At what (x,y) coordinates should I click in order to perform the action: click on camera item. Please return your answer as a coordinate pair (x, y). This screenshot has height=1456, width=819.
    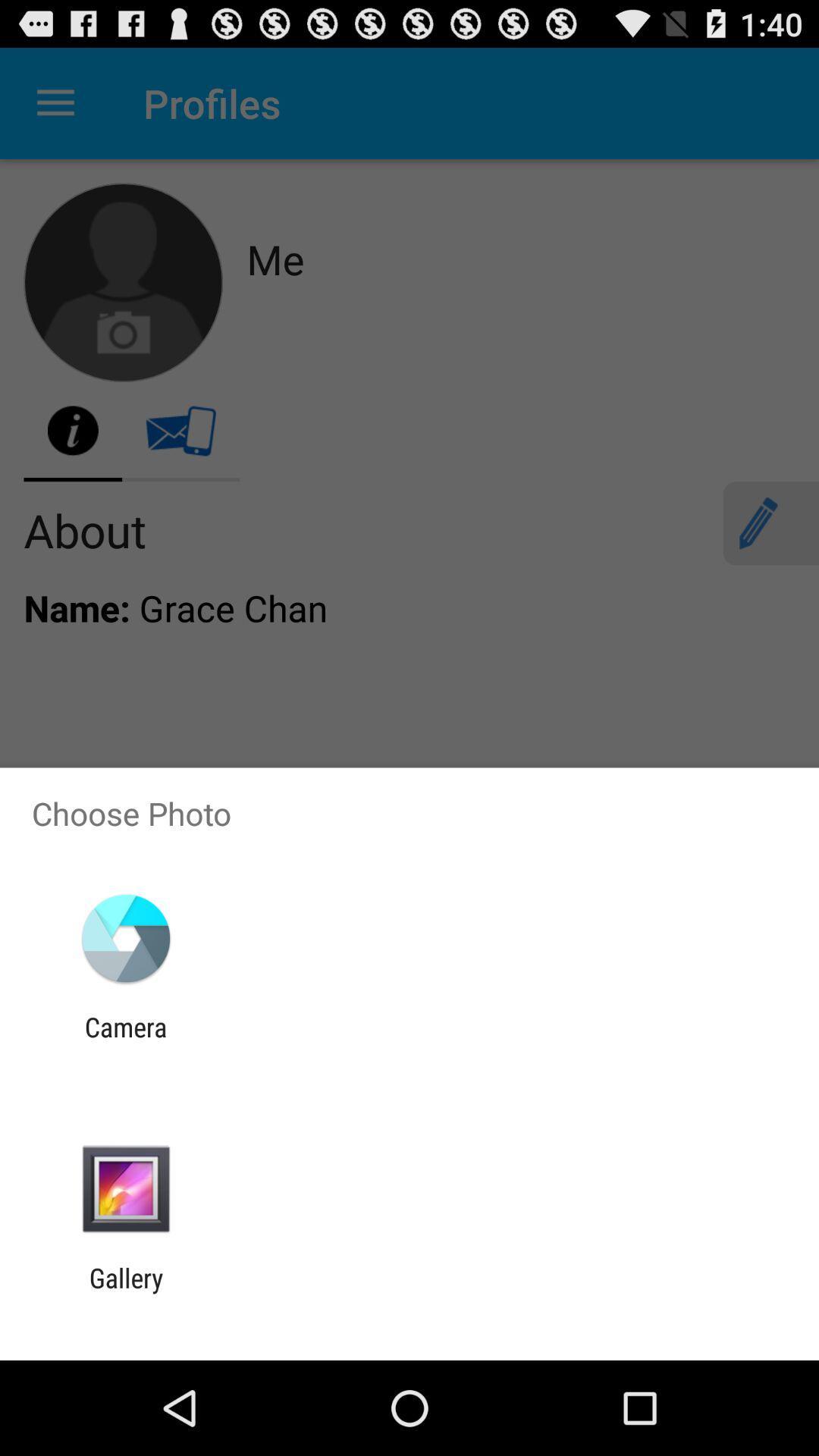
    Looking at the image, I should click on (125, 1042).